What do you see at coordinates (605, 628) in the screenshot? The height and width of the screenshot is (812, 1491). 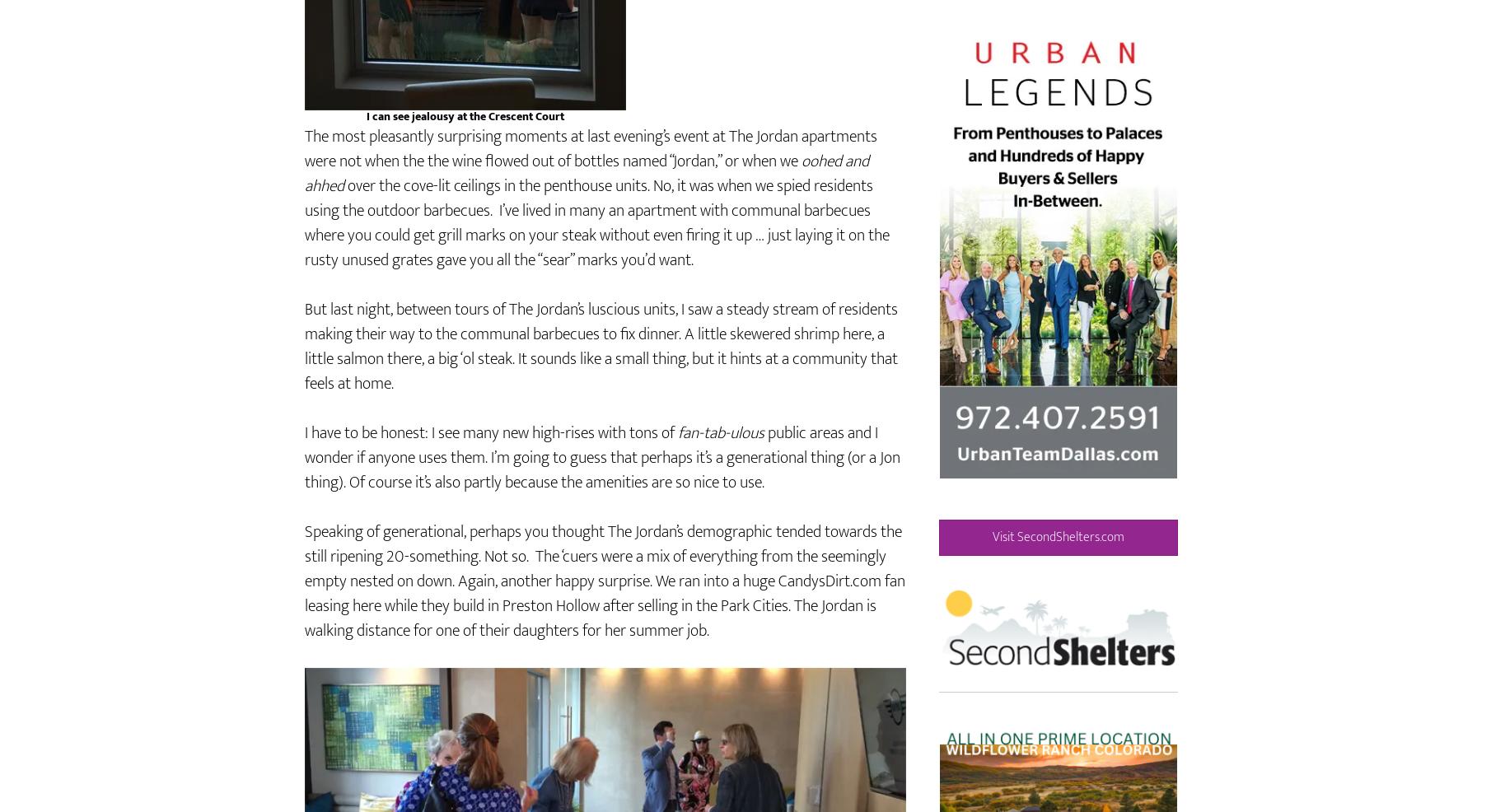 I see `'Speaking of generational, perhaps you thought The Jordan’s demographic tended towards the still ripening 20-something. Not so.  The ‘cuers were a mix of everything from the seemingly empty nested on down. Again, another happy surprise. We ran into a huge CandysDirt.com fan leasing here while they build in Preston Hollow after selling in the Park Cities. The Jordan is walking distance for one of their daughters for her summer job.'` at bounding box center [605, 628].